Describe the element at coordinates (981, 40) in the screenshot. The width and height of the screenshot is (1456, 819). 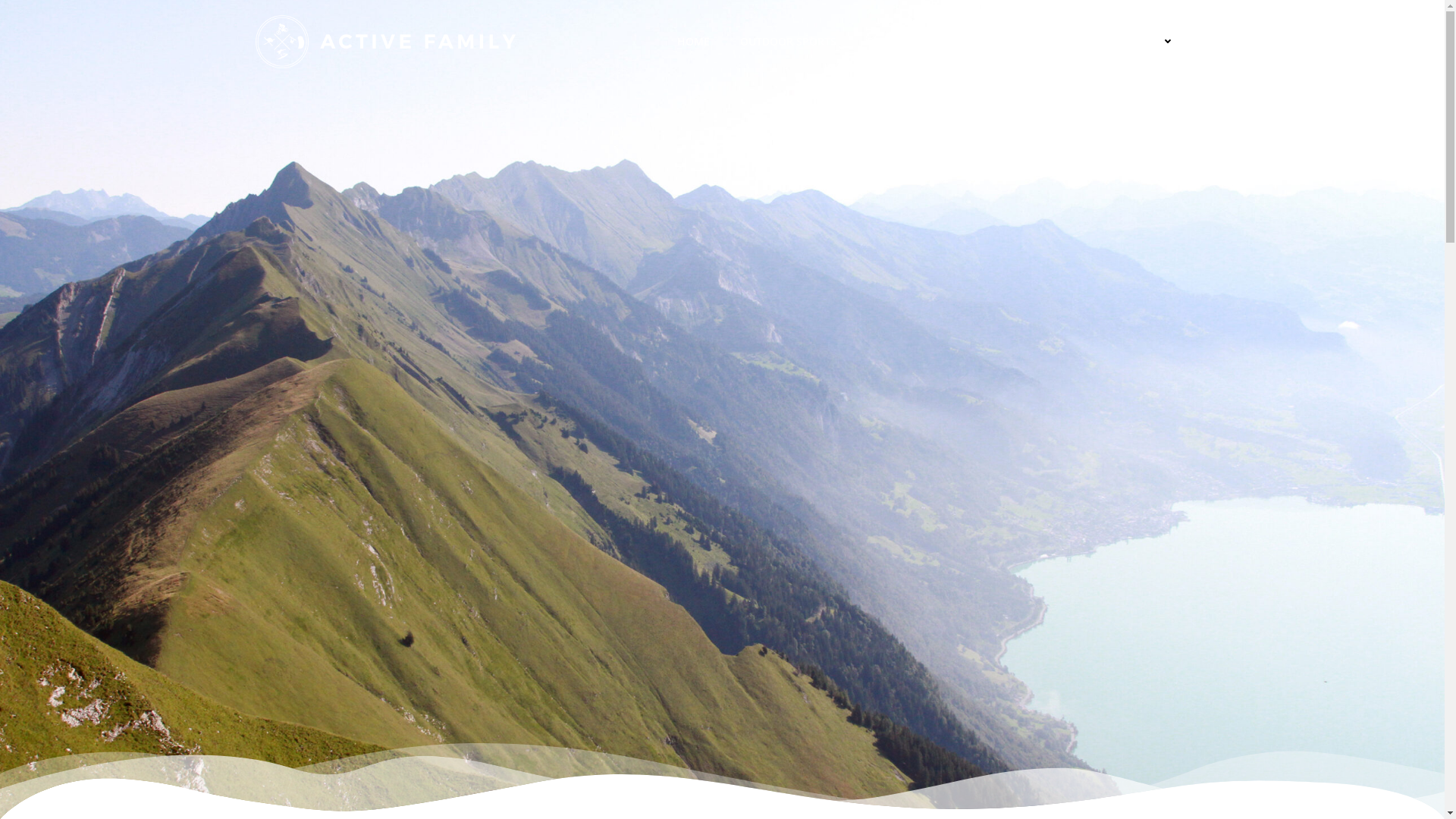
I see `'PLACES'` at that location.